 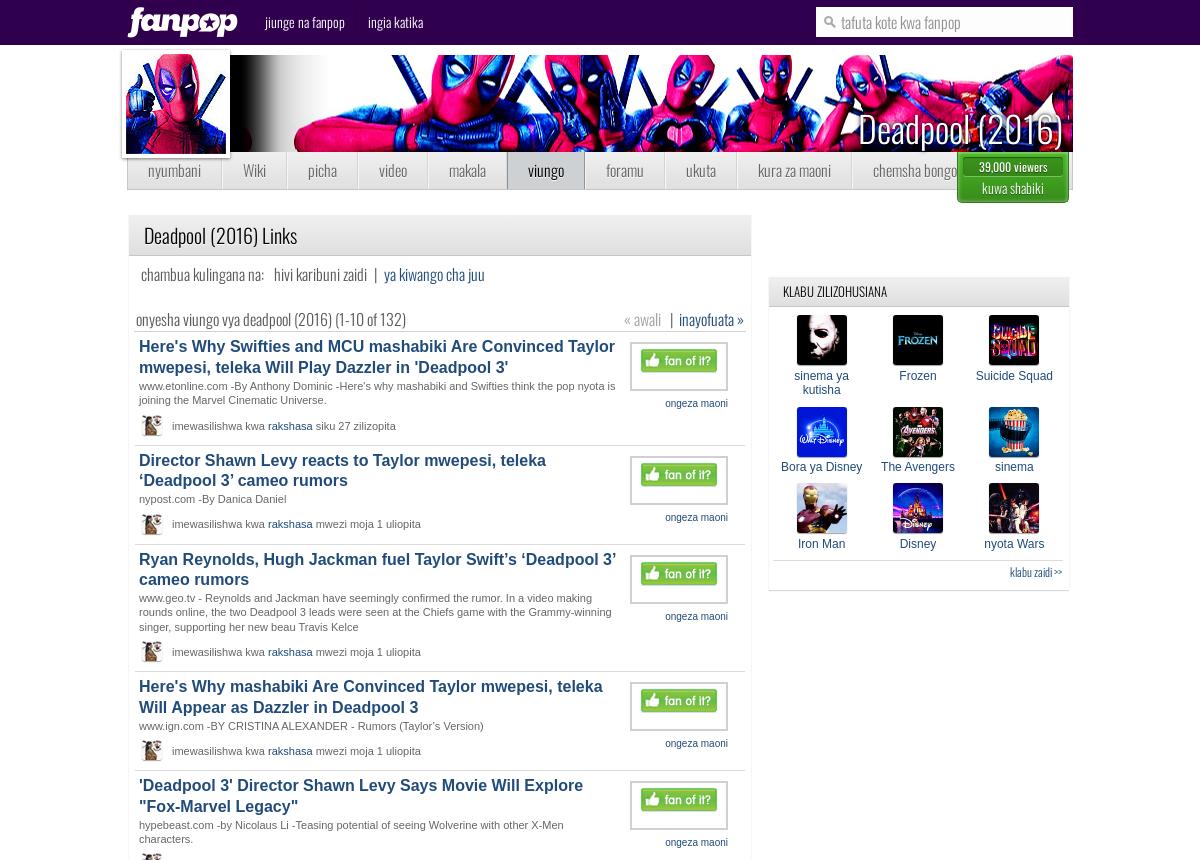 I want to click on 'inayofuata »', so click(x=711, y=317).